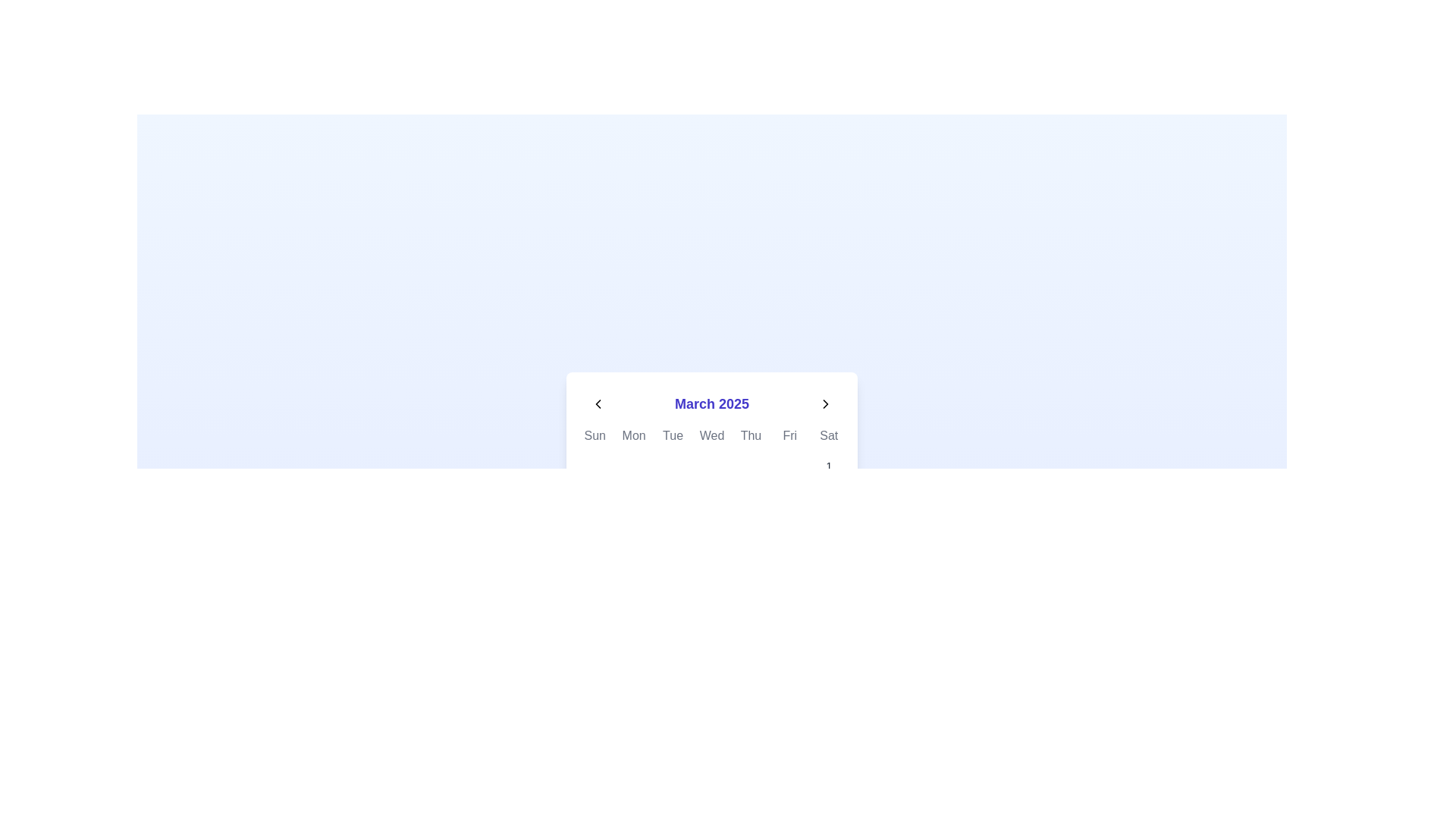  What do you see at coordinates (594, 435) in the screenshot?
I see `the static label indicating the first day of the week in the calendar grid, located at the top-left corner of the grid structure` at bounding box center [594, 435].